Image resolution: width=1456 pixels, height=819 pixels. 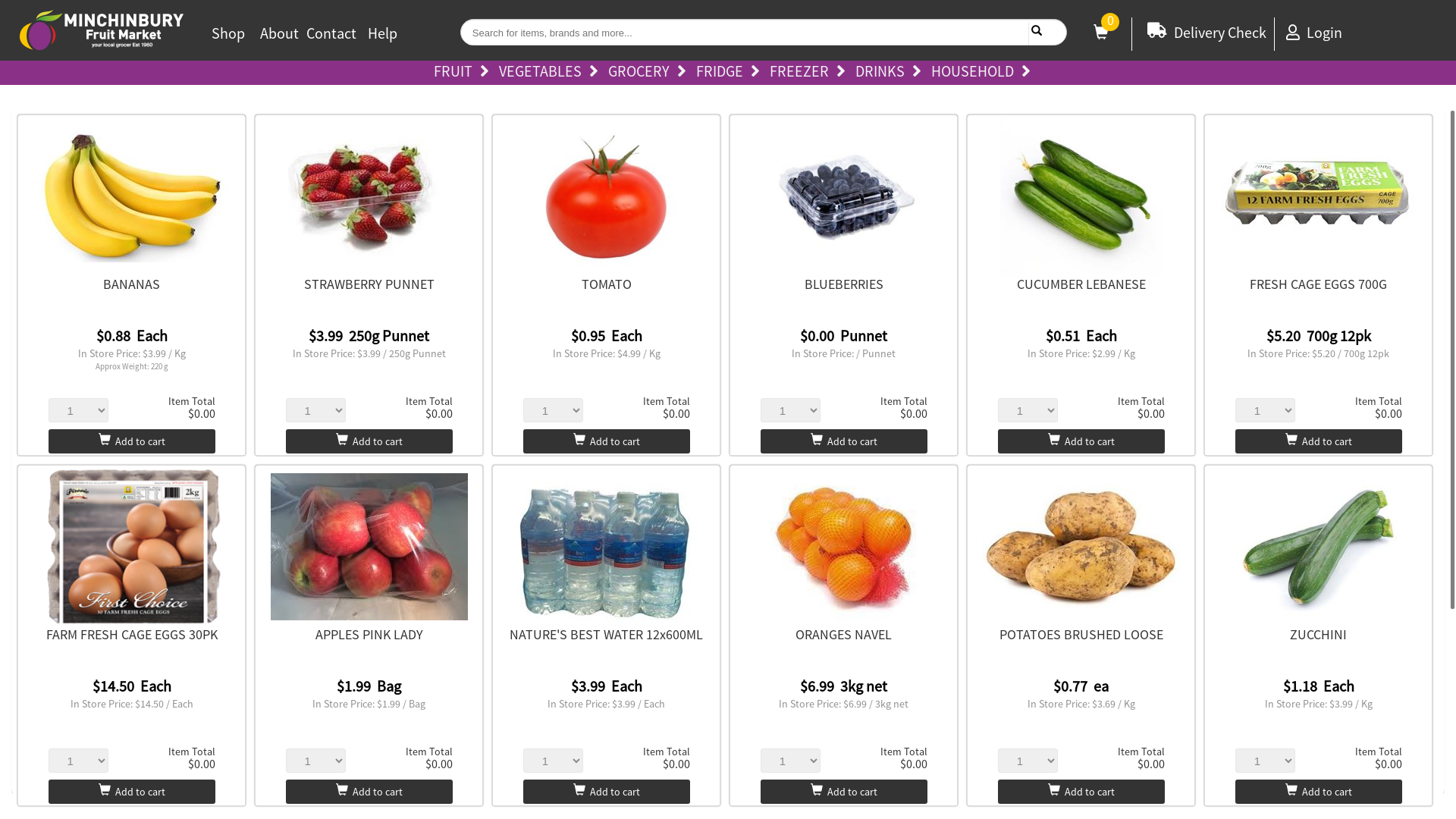 I want to click on 'POTATOES BRUSHED LOOSE', so click(x=1080, y=634).